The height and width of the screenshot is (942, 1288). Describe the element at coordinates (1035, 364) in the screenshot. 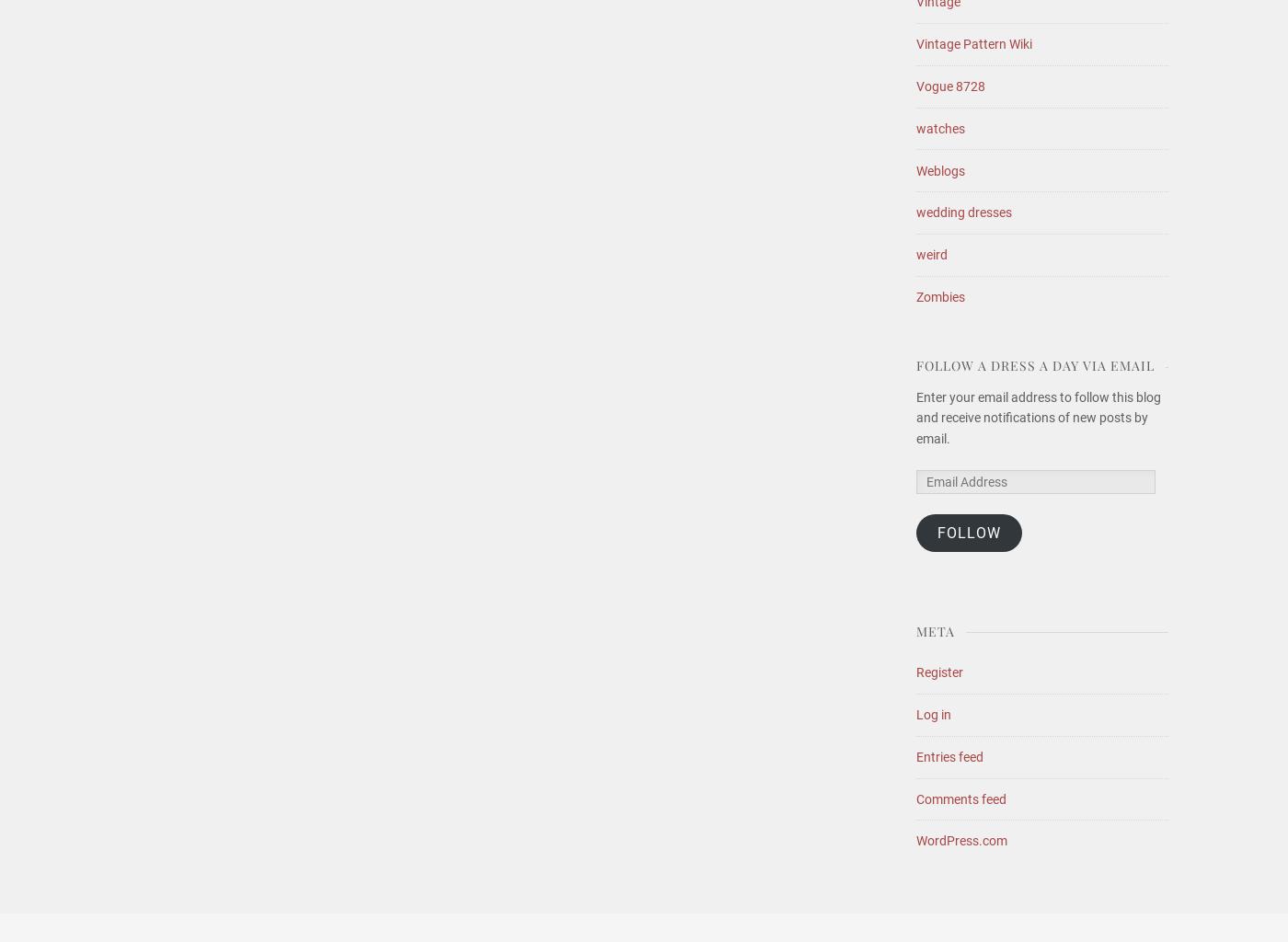

I see `'Follow A Dress A Day via Email'` at that location.